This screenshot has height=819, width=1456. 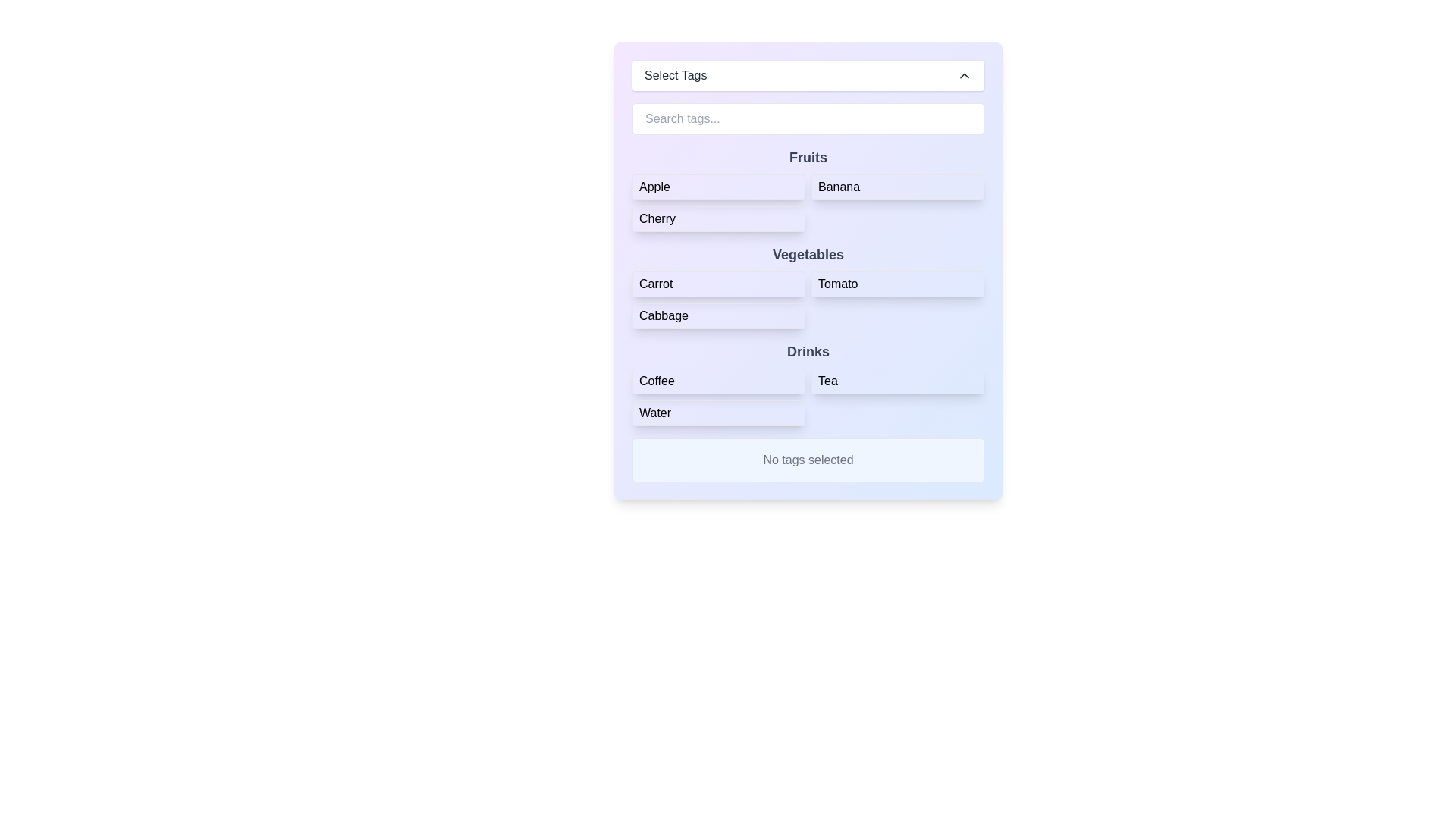 I want to click on the 'Cabbage' text label located under the 'Vegetables' section, so click(x=664, y=315).